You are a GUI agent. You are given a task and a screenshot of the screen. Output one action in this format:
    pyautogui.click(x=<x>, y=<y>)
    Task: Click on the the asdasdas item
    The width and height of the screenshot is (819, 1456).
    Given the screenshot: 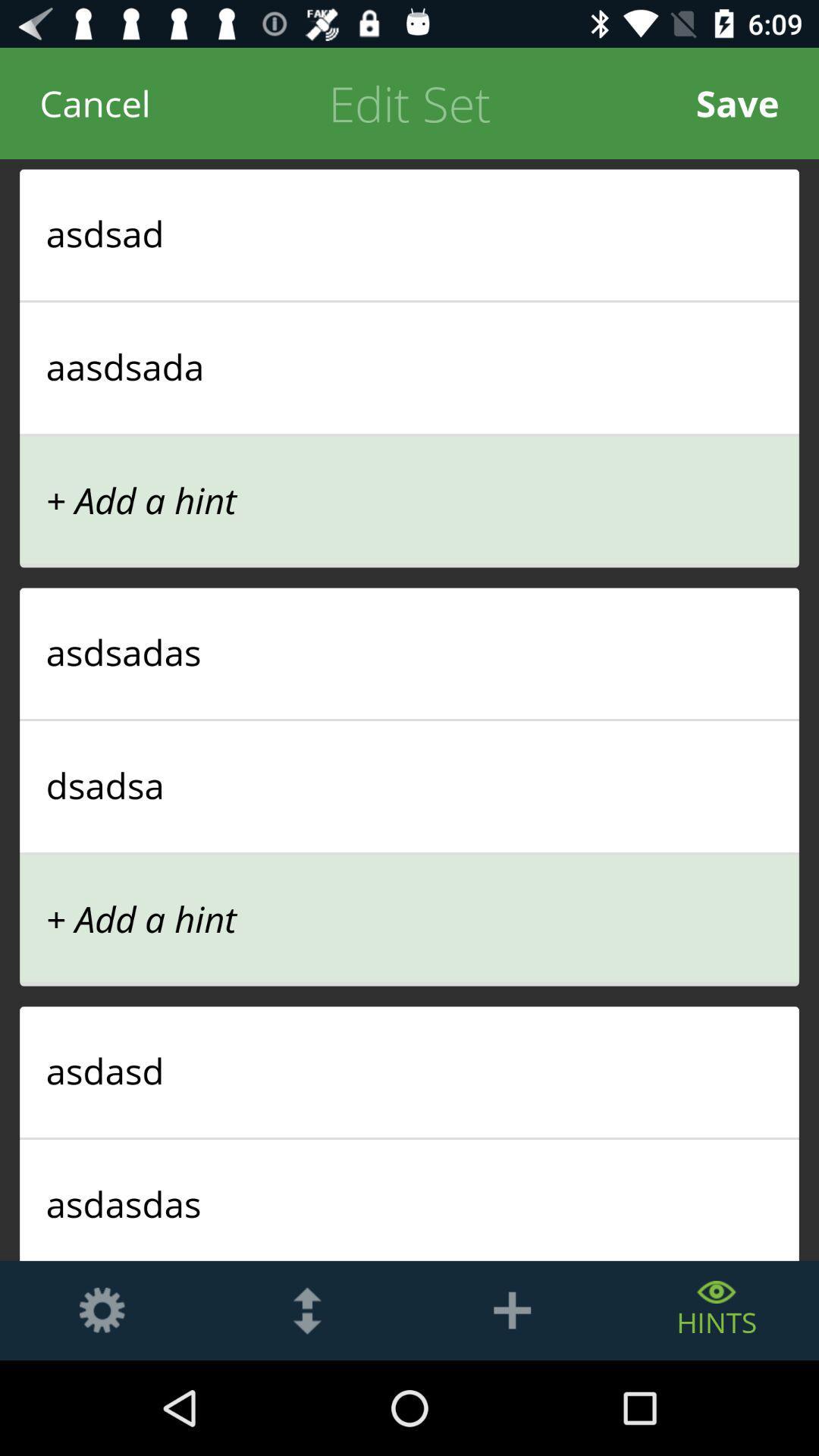 What is the action you would take?
    pyautogui.click(x=409, y=1203)
    